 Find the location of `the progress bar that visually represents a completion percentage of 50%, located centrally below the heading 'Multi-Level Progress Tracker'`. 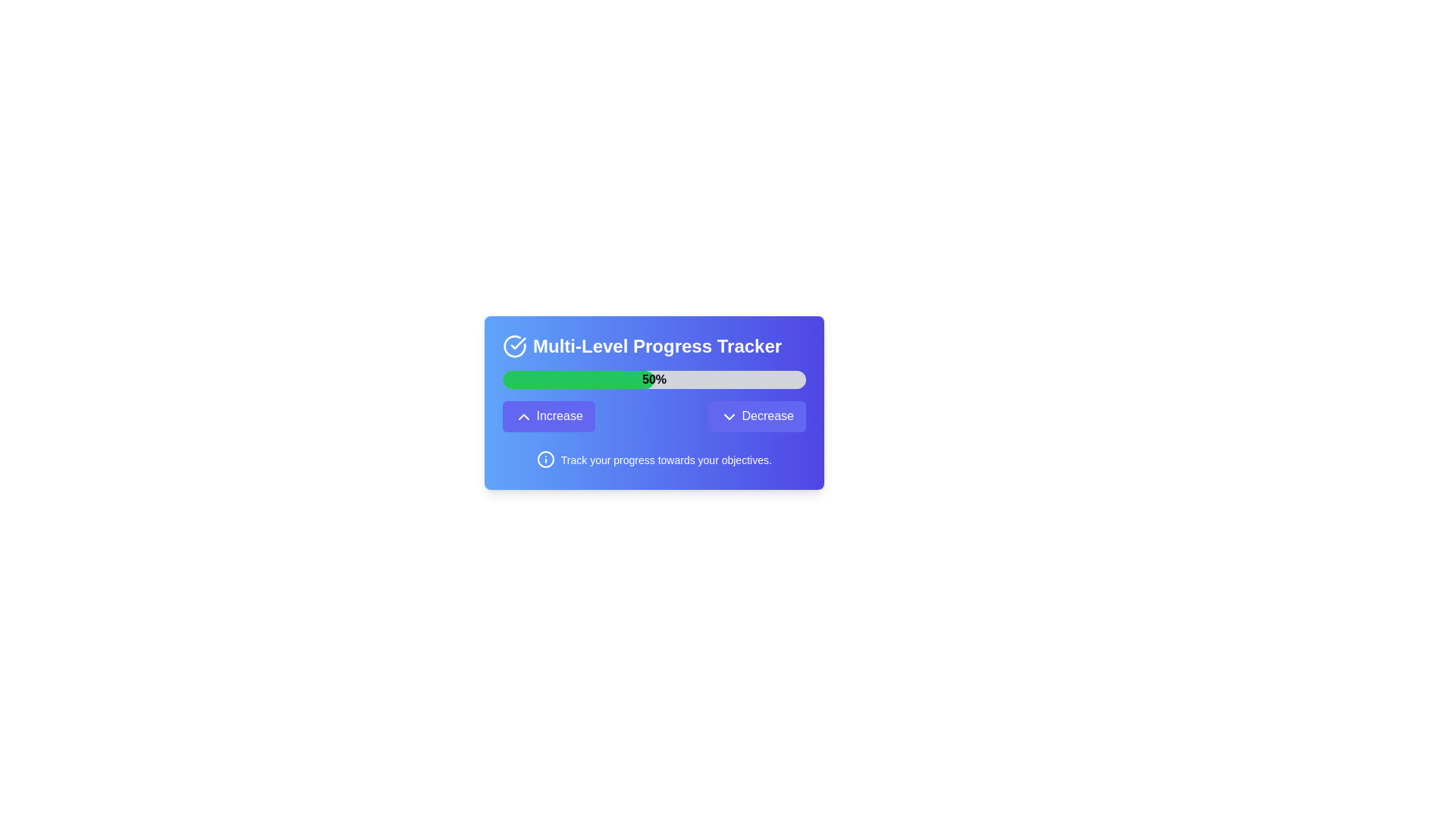

the progress bar that visually represents a completion percentage of 50%, located centrally below the heading 'Multi-Level Progress Tracker' is located at coordinates (654, 379).